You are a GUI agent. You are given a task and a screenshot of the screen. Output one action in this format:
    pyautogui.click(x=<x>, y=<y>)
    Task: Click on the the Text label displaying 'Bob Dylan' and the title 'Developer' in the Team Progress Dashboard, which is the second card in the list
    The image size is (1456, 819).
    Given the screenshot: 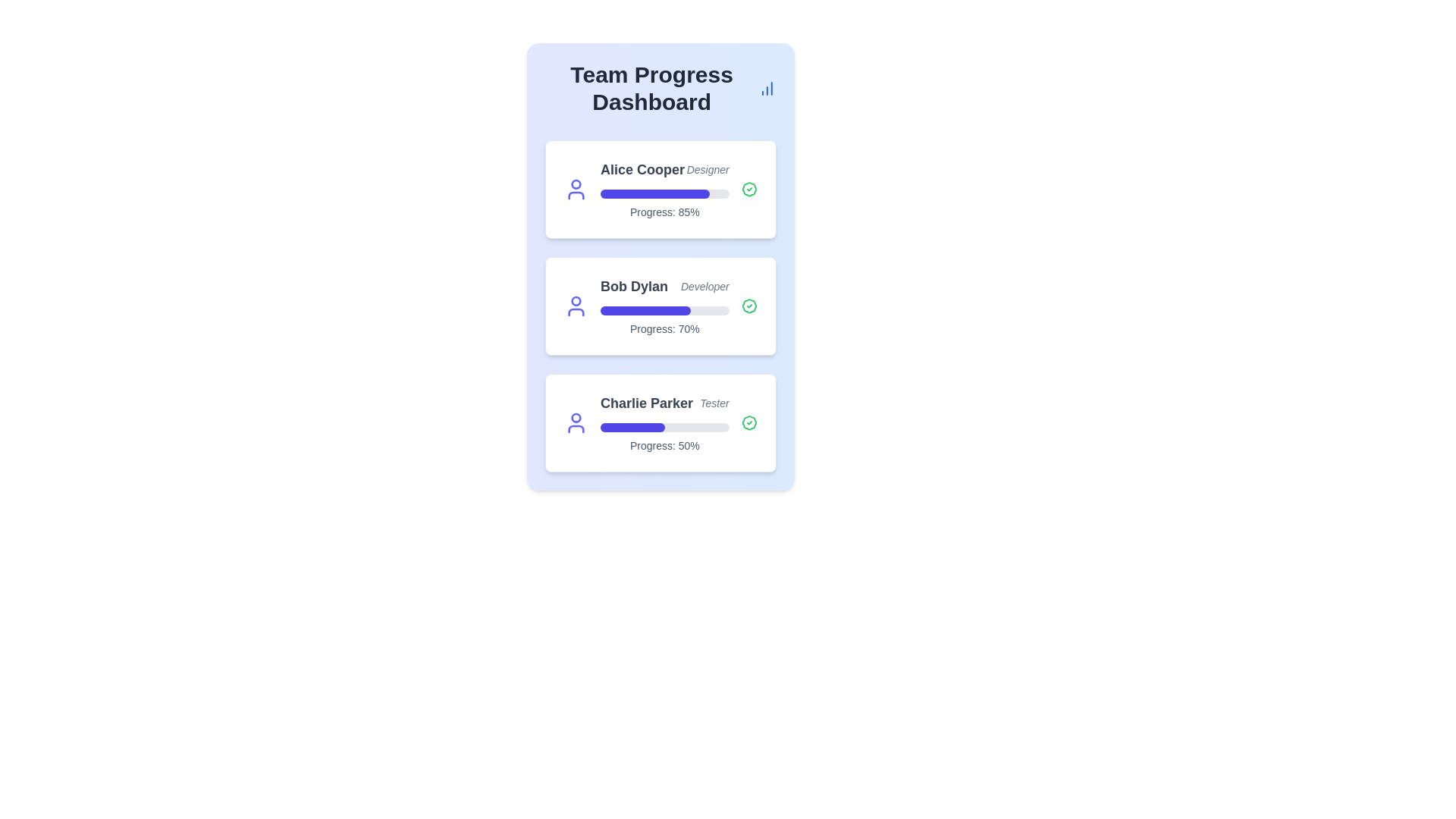 What is the action you would take?
    pyautogui.click(x=664, y=287)
    